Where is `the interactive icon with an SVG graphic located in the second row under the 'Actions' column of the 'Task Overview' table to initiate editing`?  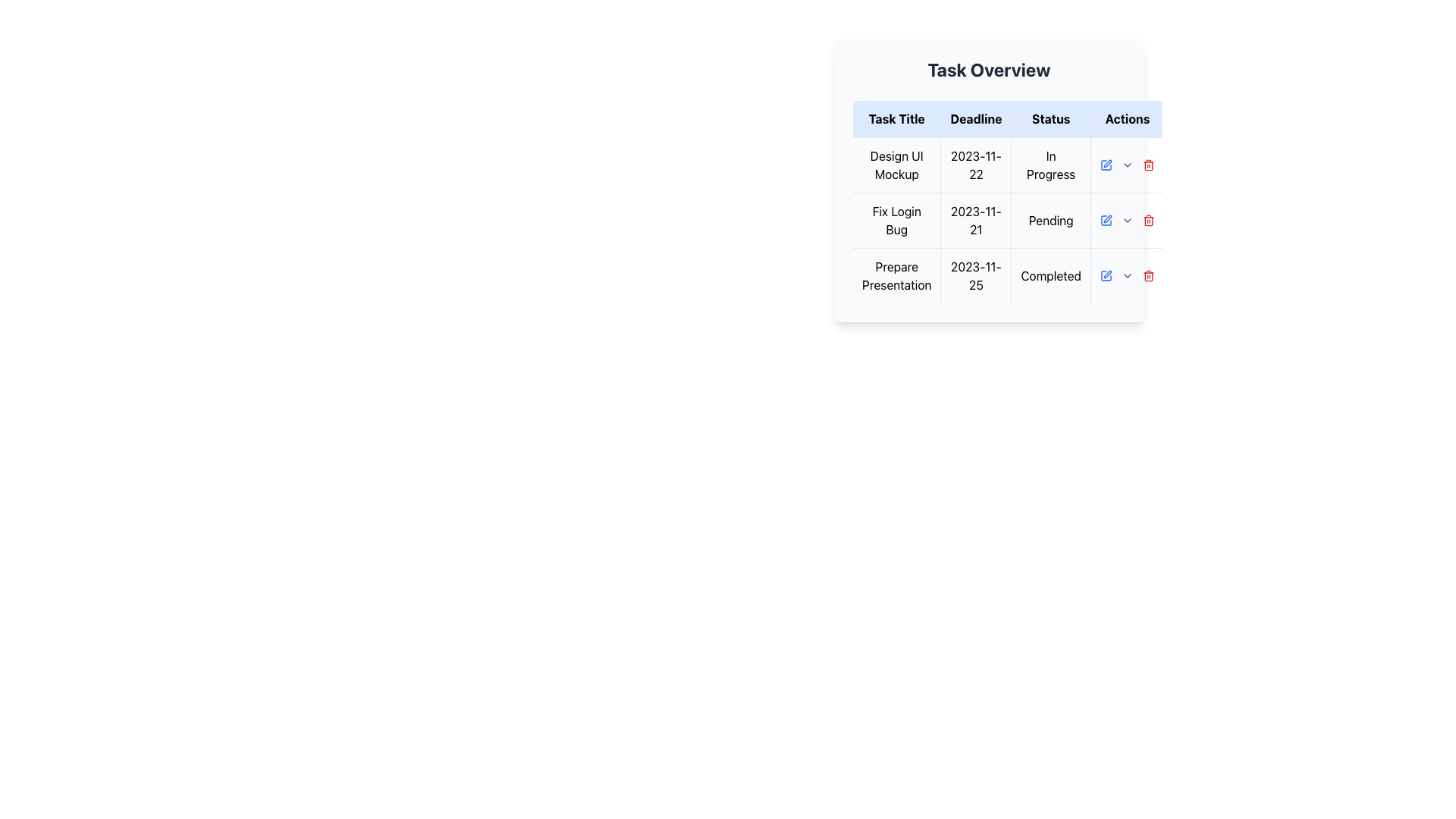
the interactive icon with an SVG graphic located in the second row under the 'Actions' column of the 'Task Overview' table to initiate editing is located at coordinates (1106, 220).